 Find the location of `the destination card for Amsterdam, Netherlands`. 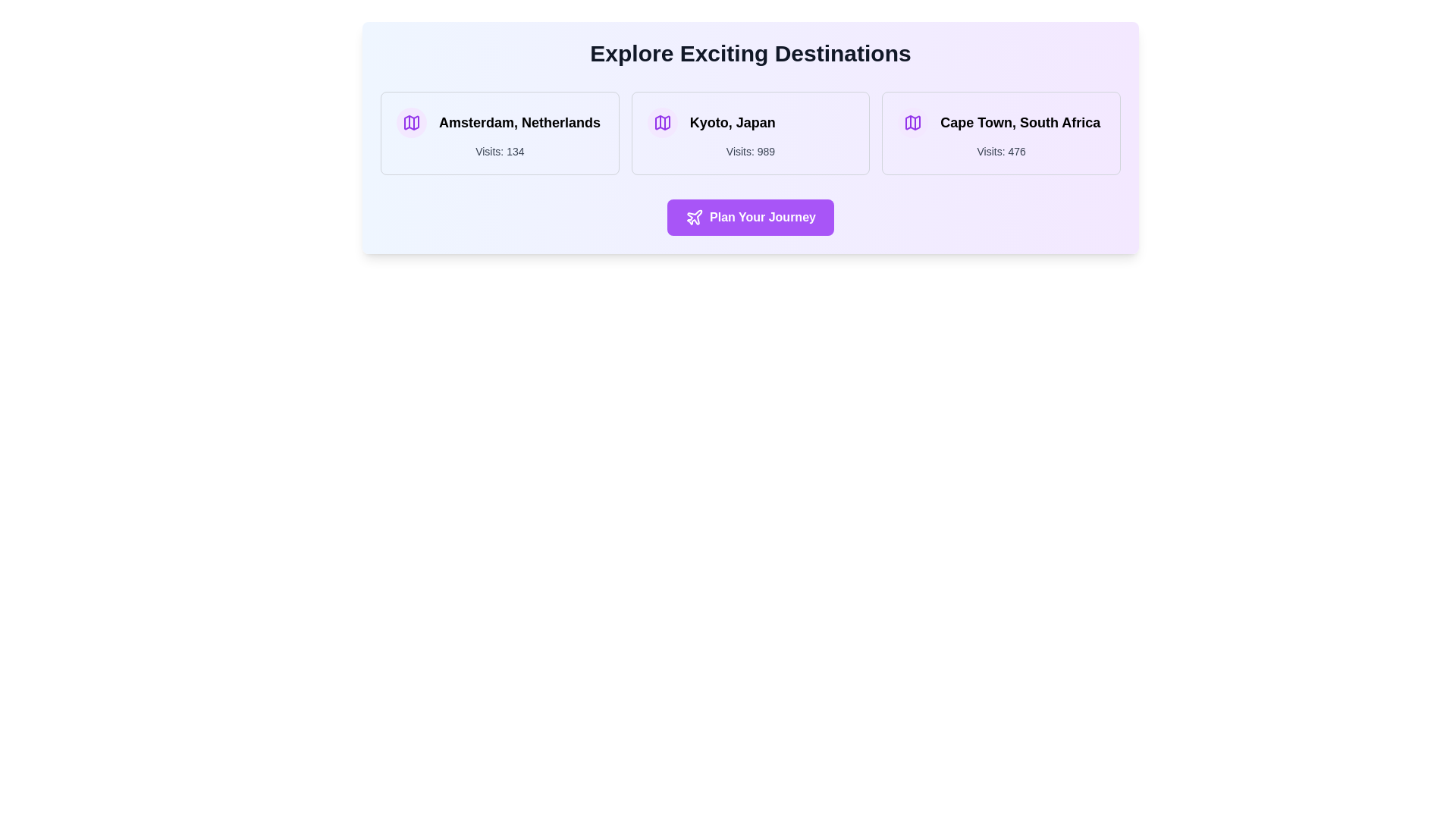

the destination card for Amsterdam, Netherlands is located at coordinates (499, 133).